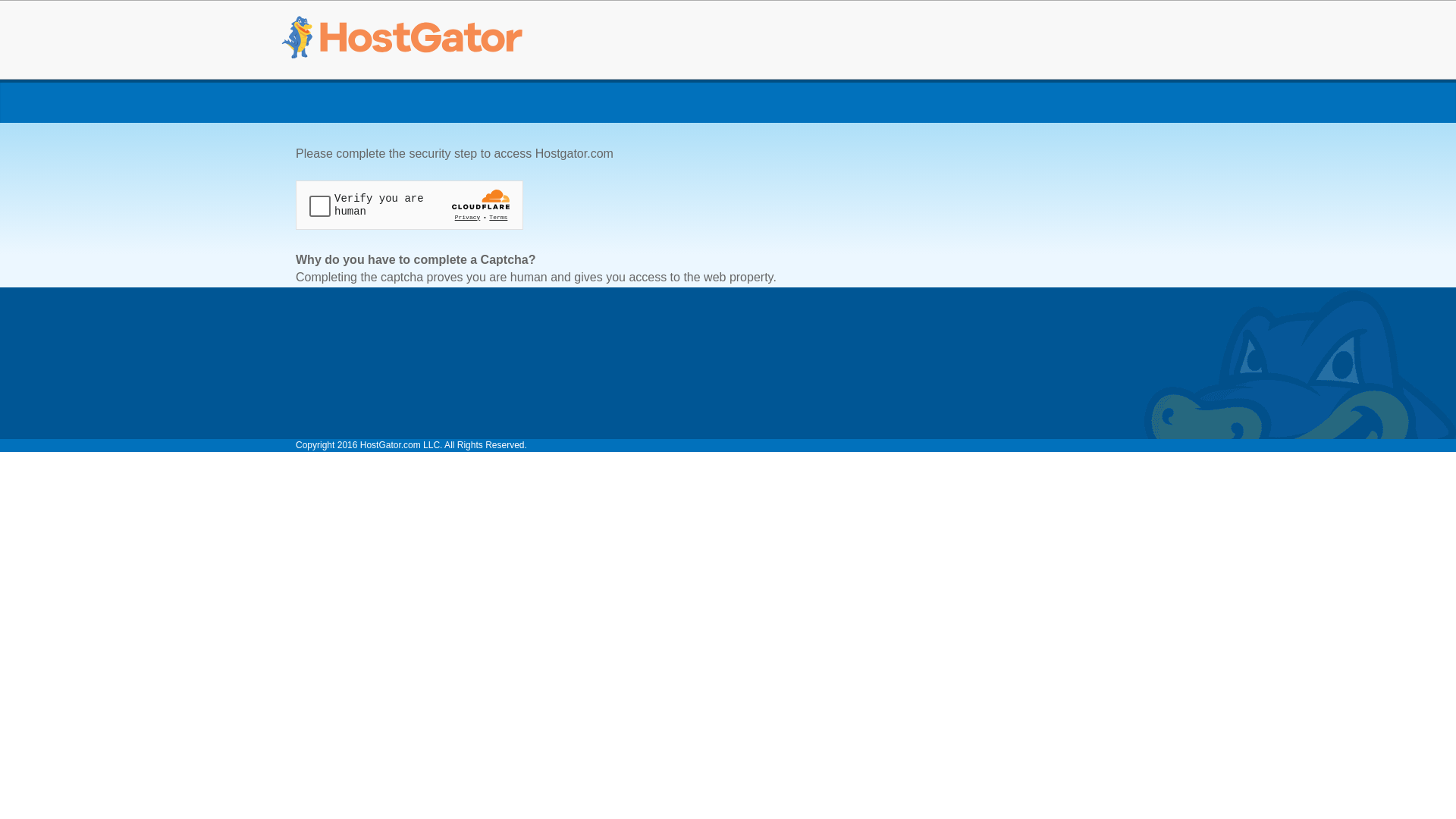  I want to click on 'Widget containing a Cloudflare security challenge', so click(409, 205).